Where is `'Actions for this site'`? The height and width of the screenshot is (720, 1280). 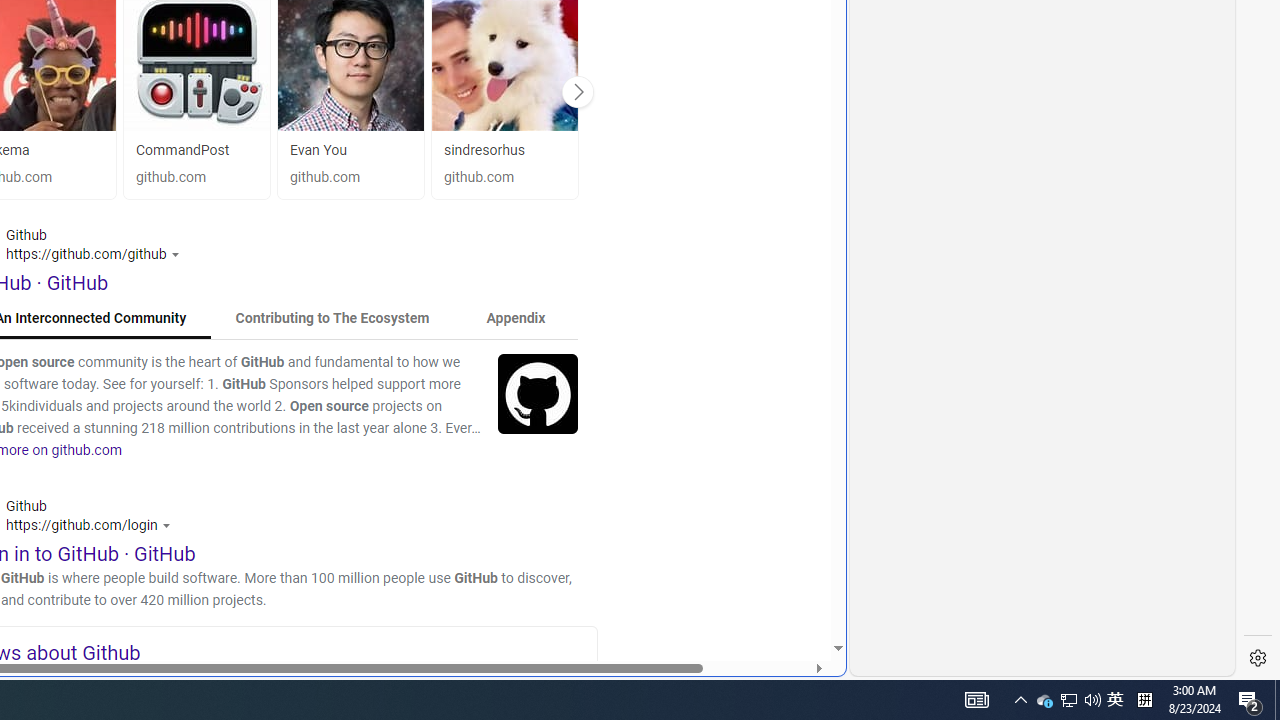 'Actions for this site' is located at coordinates (168, 524).